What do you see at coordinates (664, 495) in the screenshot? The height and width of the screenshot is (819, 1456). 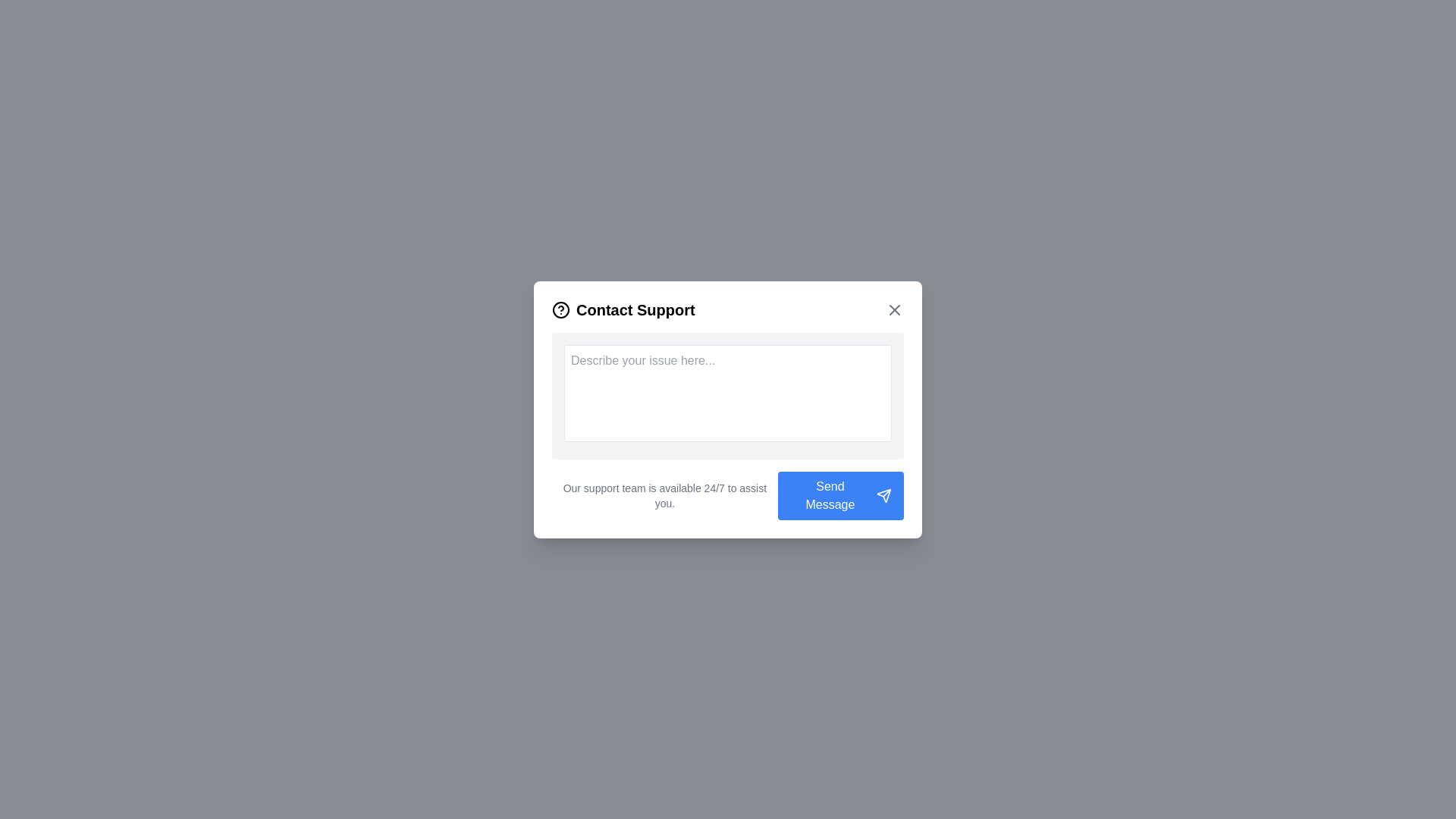 I see `text block that contains the statement 'Our support team is available 24/7 to assist you.' which is styled in small gray font and located below the input field in the 'Contact Support' dialog` at bounding box center [664, 495].